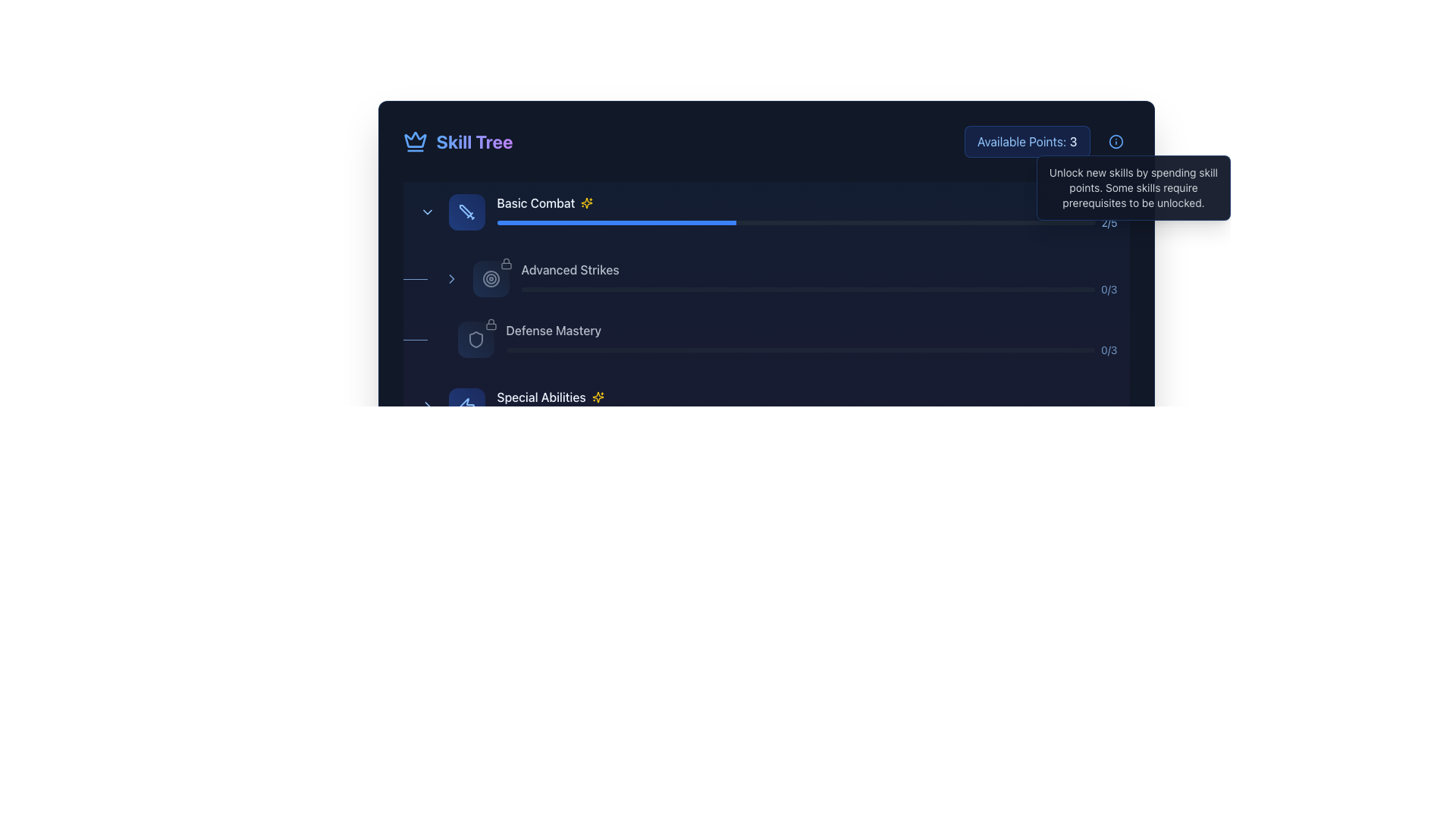 The image size is (1456, 819). What do you see at coordinates (795, 222) in the screenshot?
I see `the progress bar indicating 40% progress located under the 'Basic Combat' skill title` at bounding box center [795, 222].